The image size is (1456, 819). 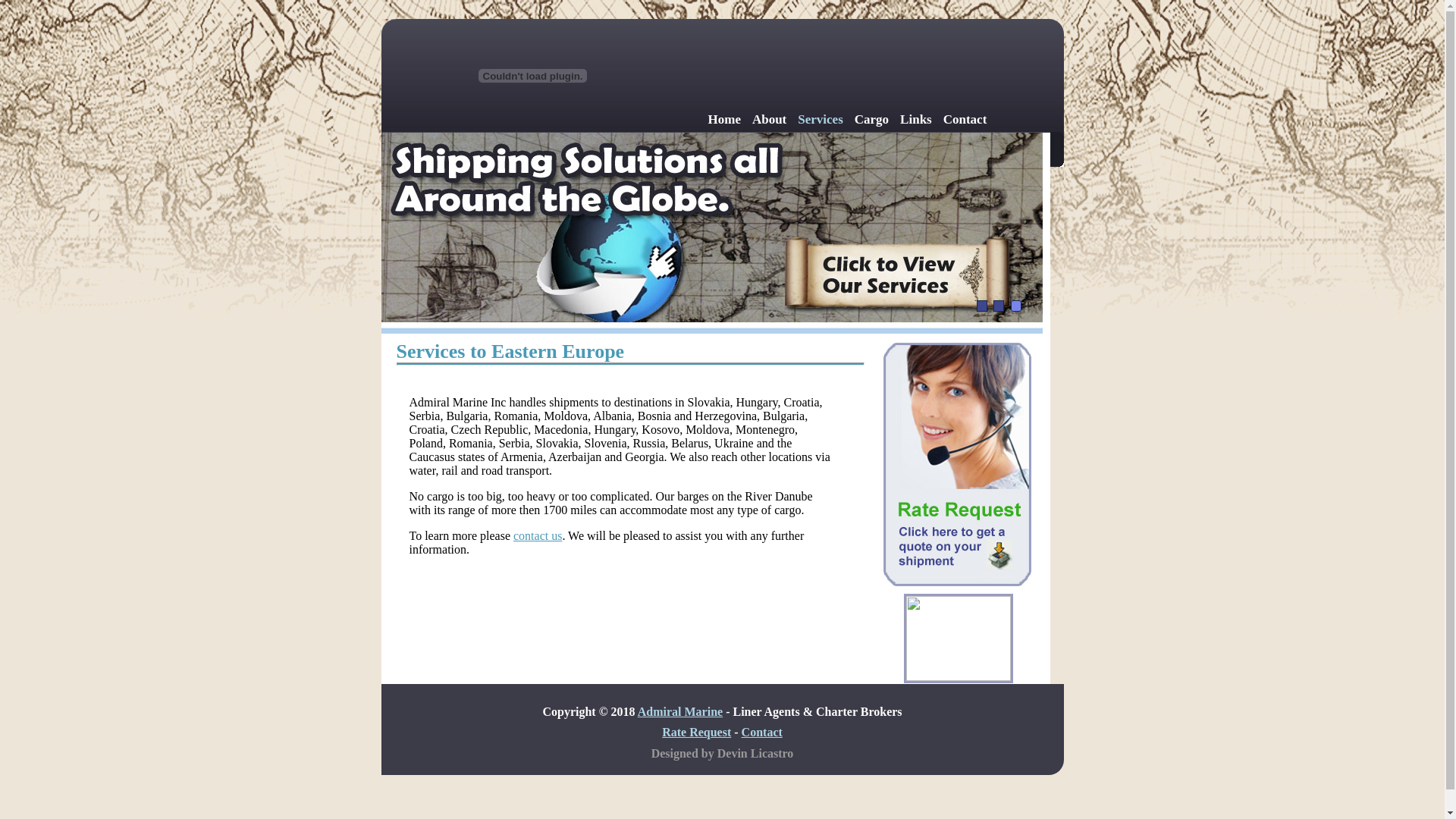 I want to click on 'About', so click(x=769, y=118).